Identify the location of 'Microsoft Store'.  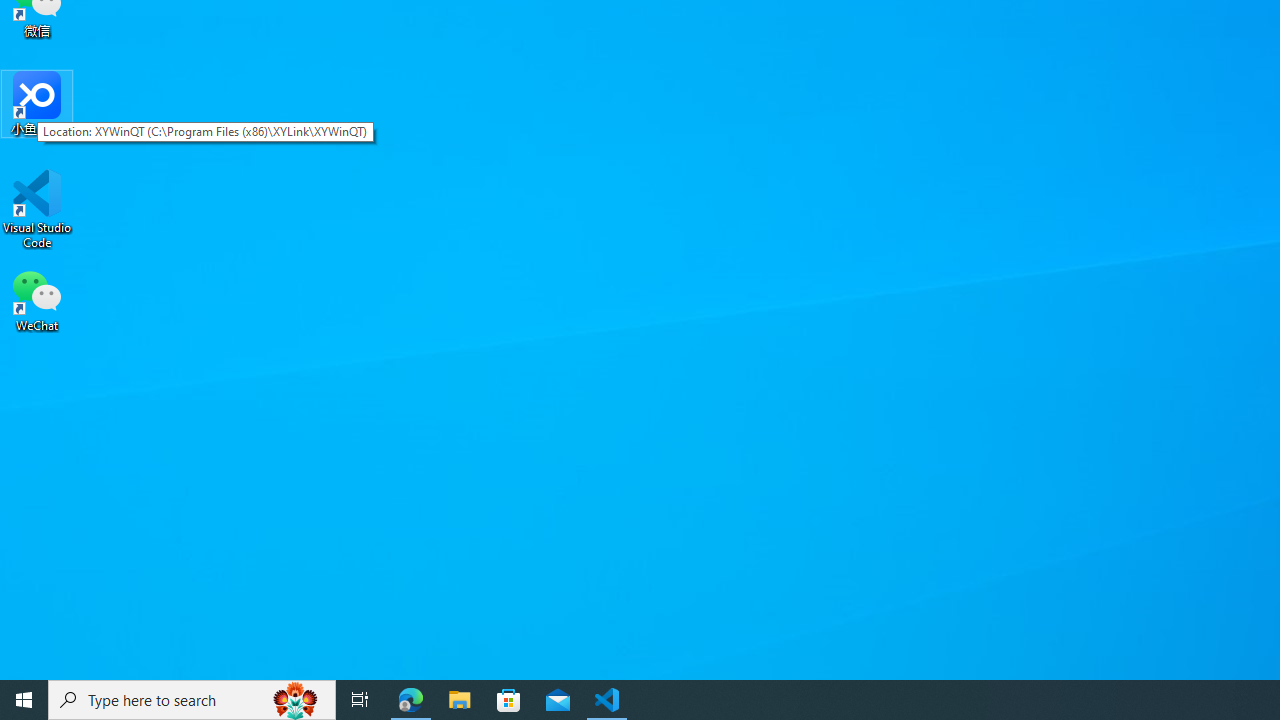
(509, 698).